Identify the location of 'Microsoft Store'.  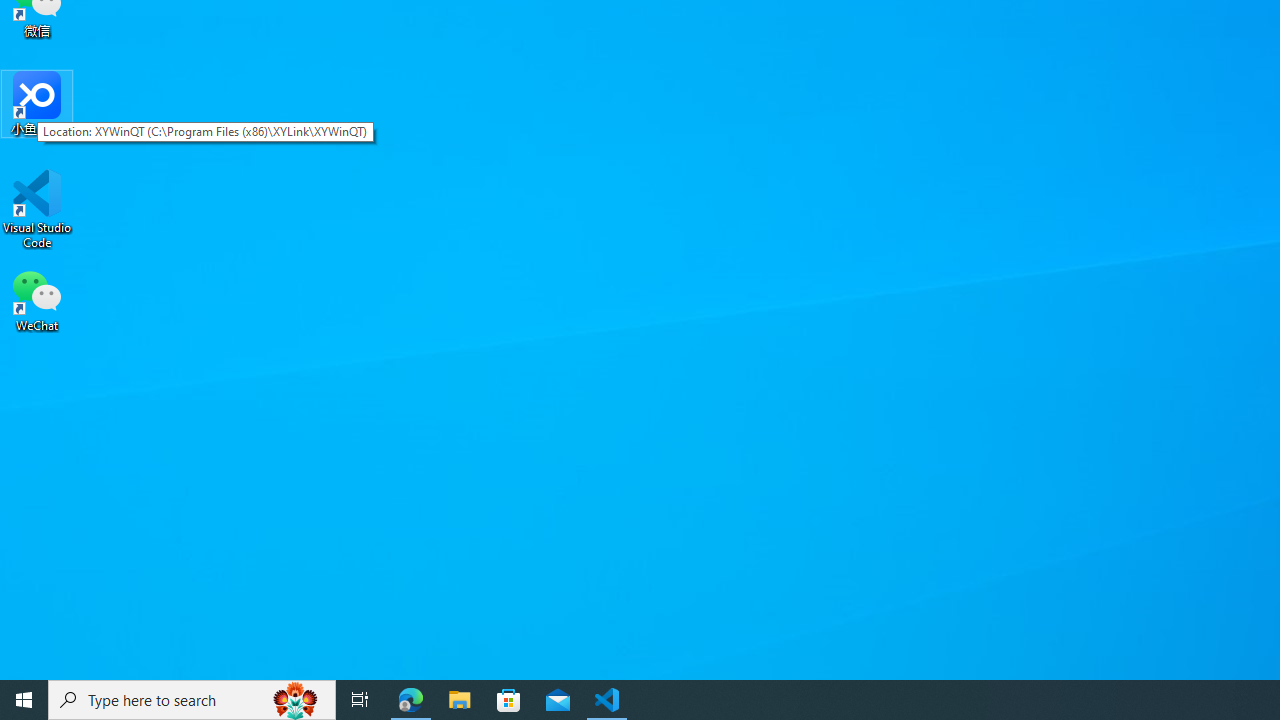
(509, 698).